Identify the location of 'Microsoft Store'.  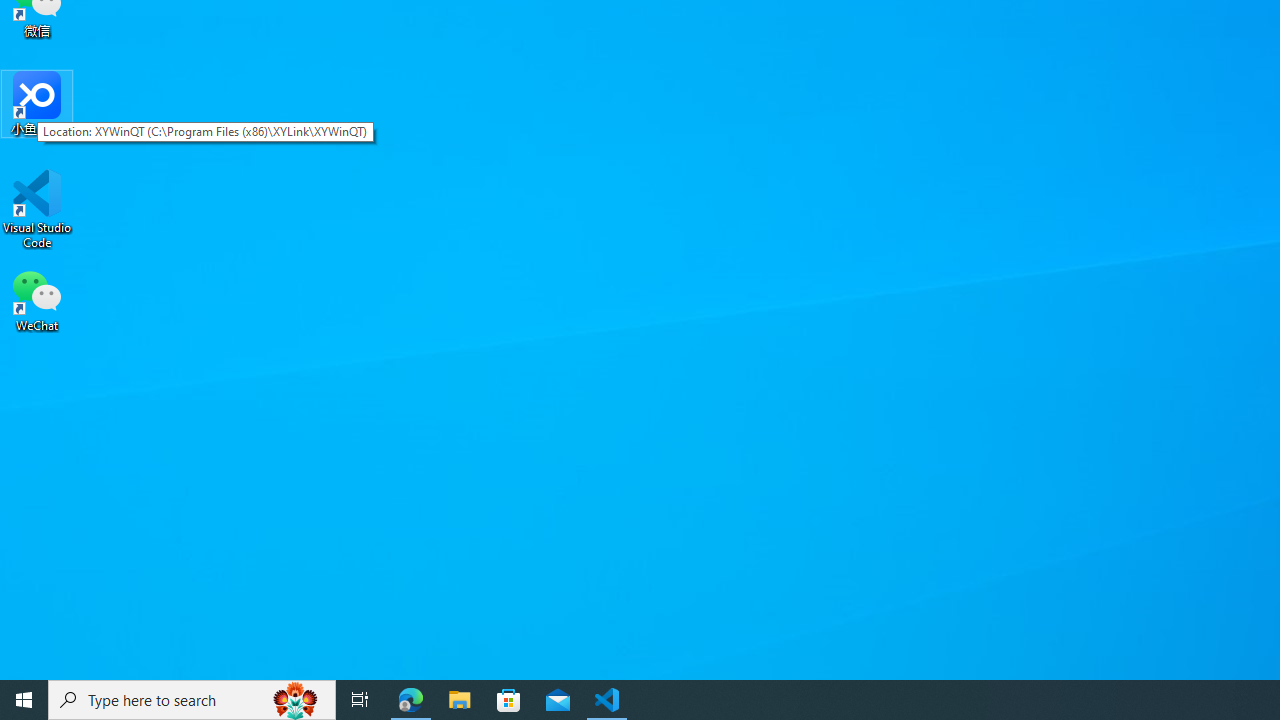
(509, 698).